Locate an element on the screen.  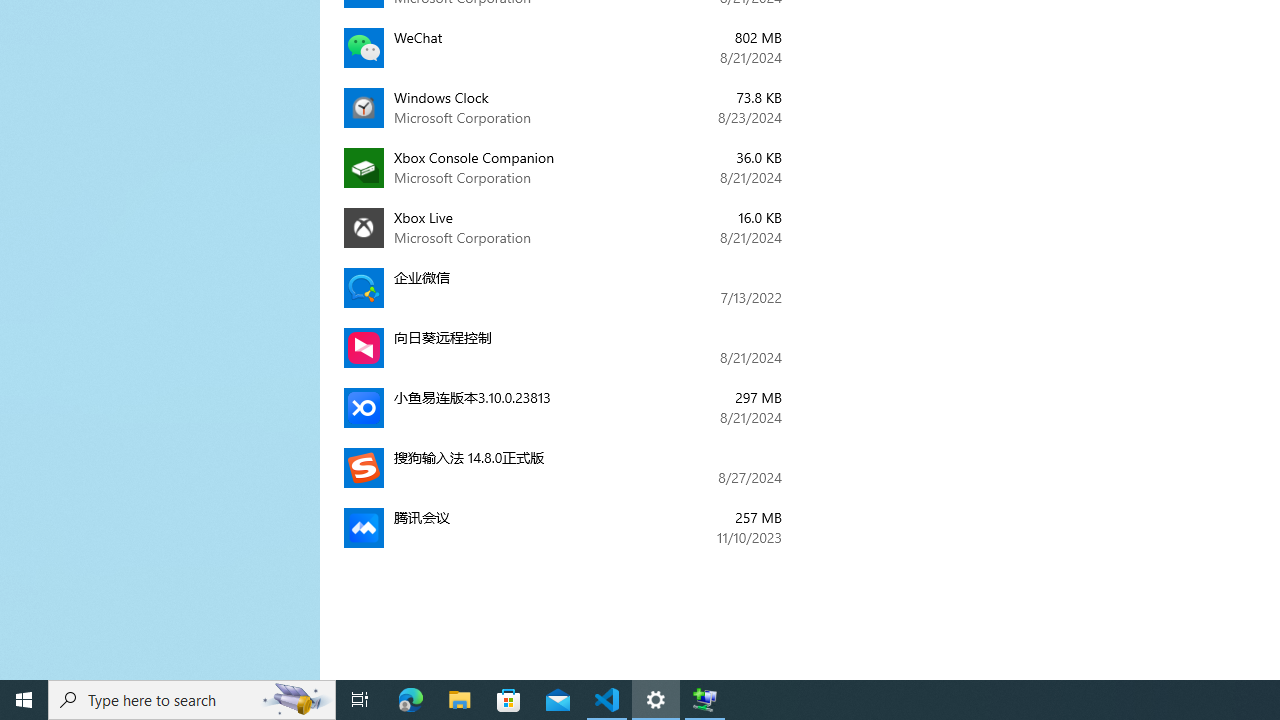
'Type here to search' is located at coordinates (192, 698).